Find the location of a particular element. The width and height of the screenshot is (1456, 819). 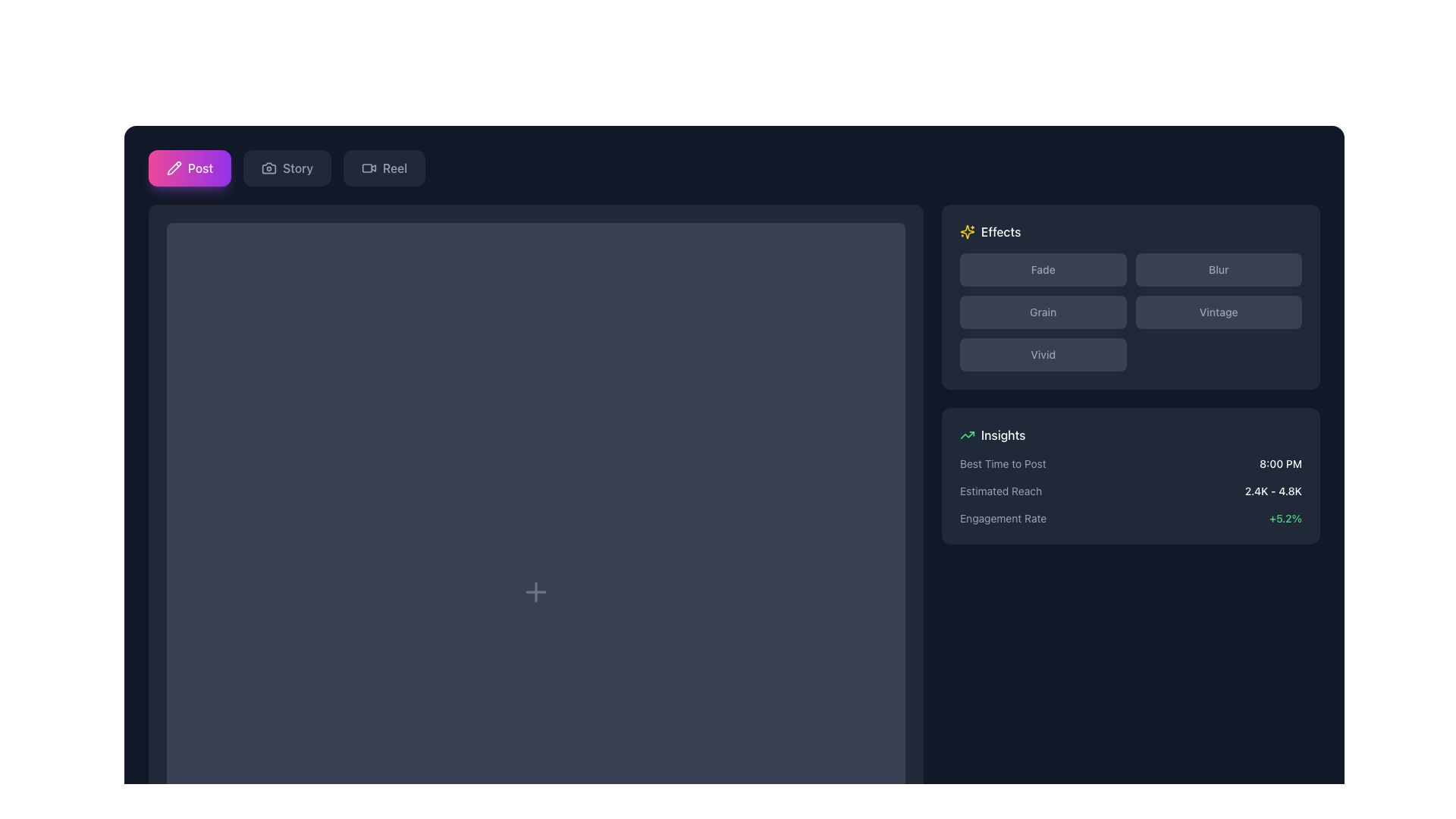

the decorative icon in the 'Effects' section header, located next to the 'Effects' label is located at coordinates (967, 231).